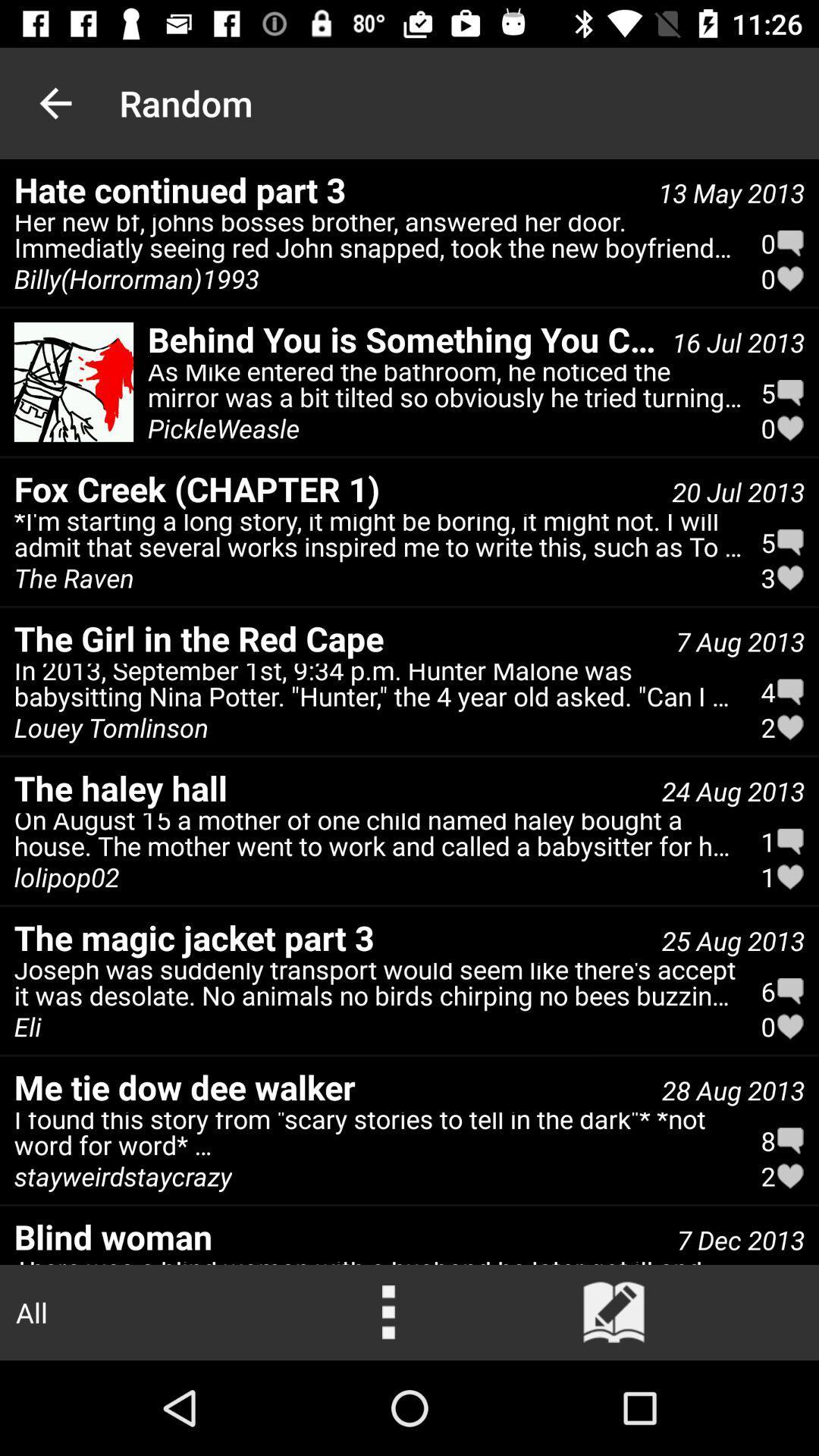  Describe the element at coordinates (614, 1312) in the screenshot. I see `the item below there was a icon` at that location.